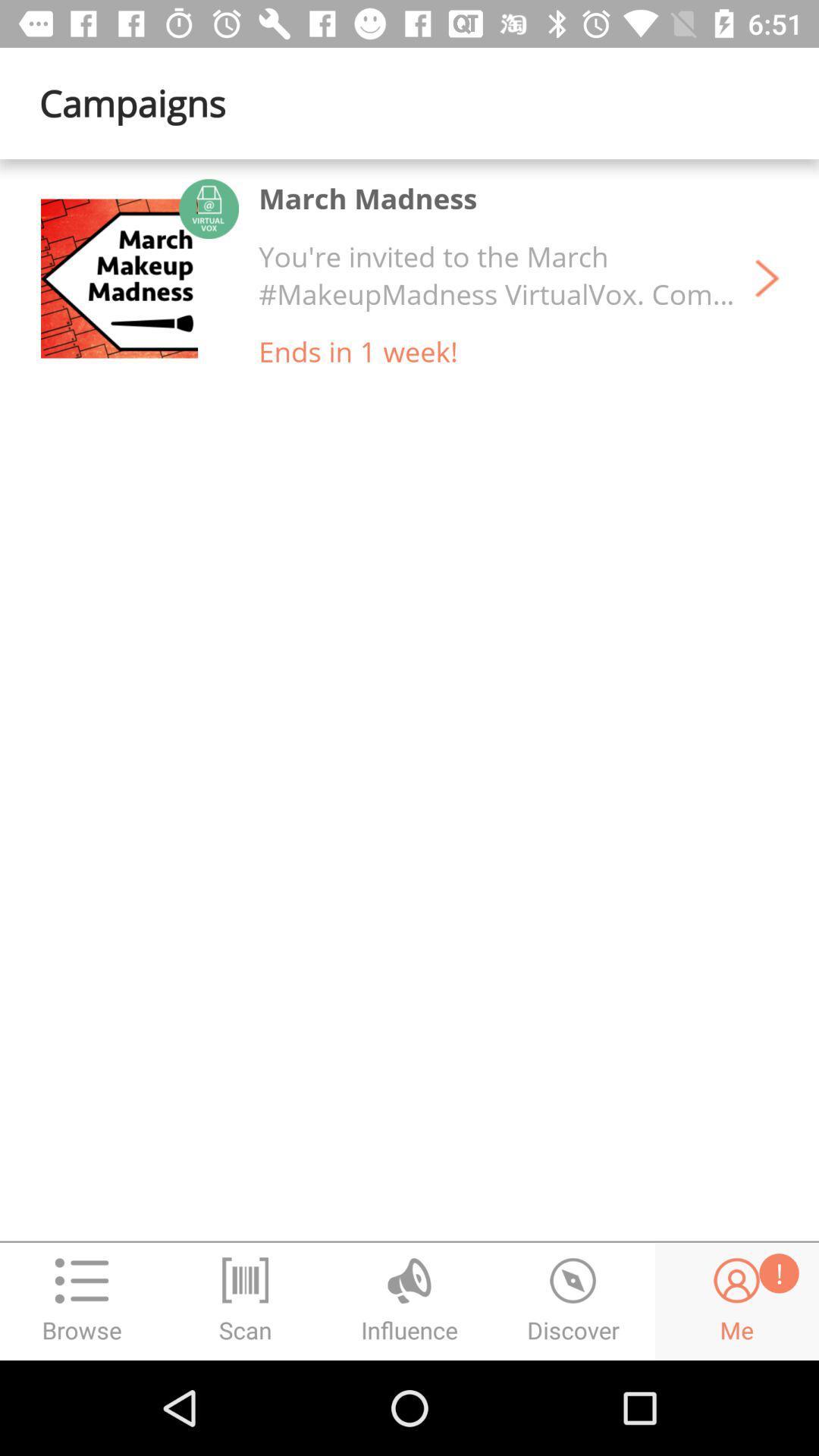 The height and width of the screenshot is (1456, 819). What do you see at coordinates (118, 278) in the screenshot?
I see `item to the left of the march madness icon` at bounding box center [118, 278].